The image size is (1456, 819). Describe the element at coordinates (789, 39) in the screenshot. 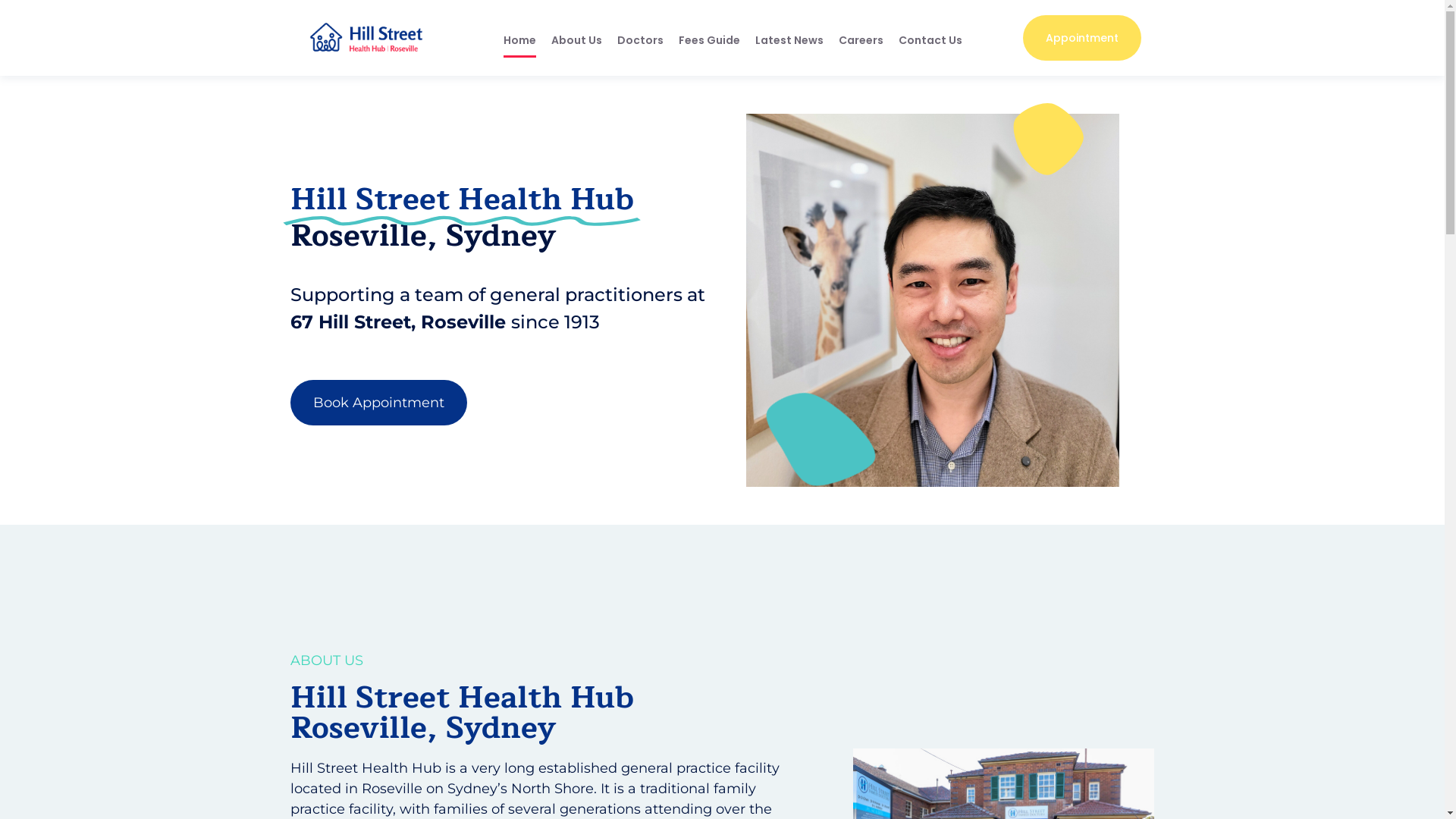

I see `'Latest News'` at that location.